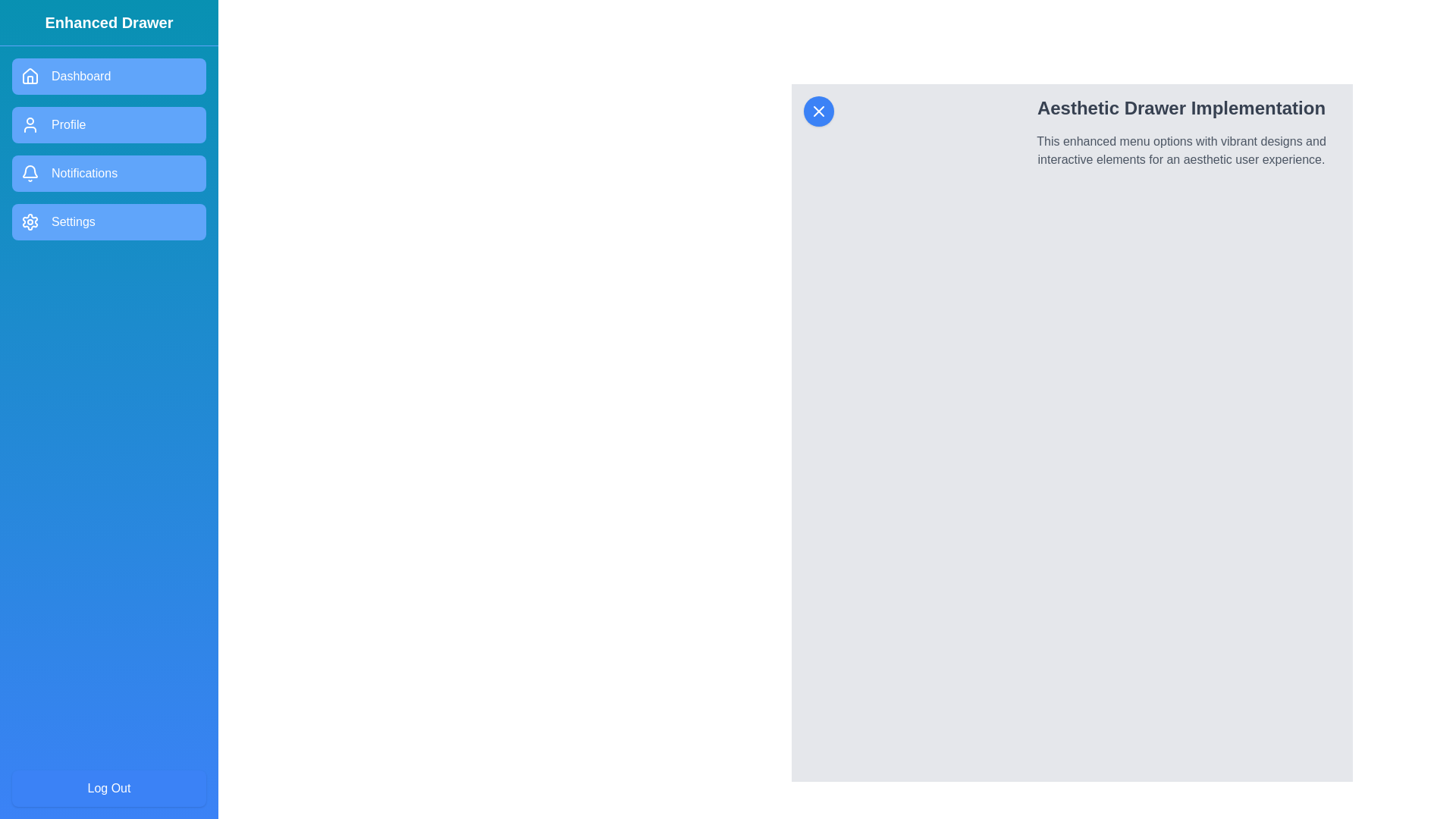 The image size is (1456, 819). I want to click on the circular blue button with a white 'X' icon, so click(818, 110).